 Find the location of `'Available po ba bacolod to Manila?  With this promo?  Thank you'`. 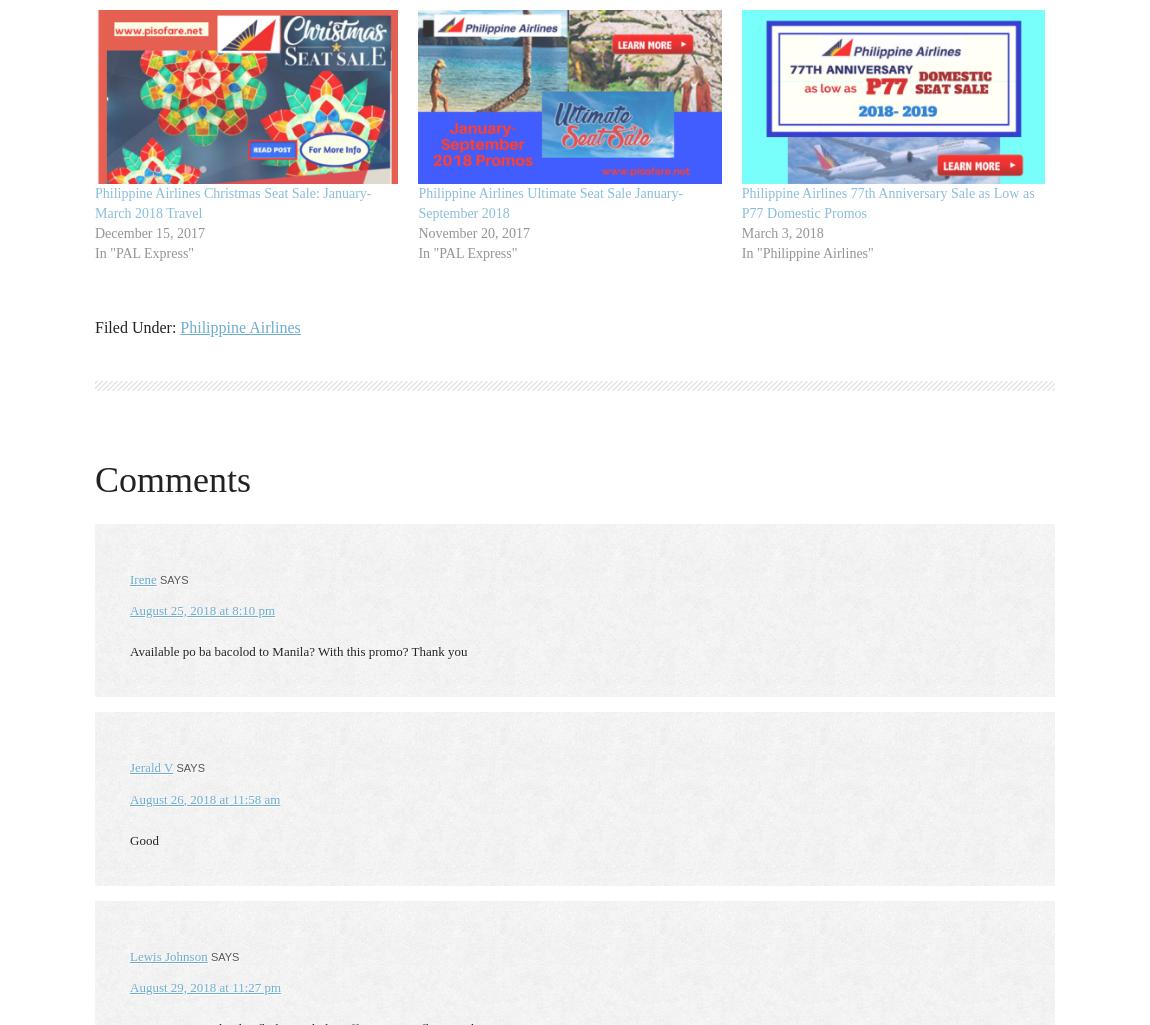

'Available po ba bacolod to Manila?  With this promo?  Thank you' is located at coordinates (298, 650).